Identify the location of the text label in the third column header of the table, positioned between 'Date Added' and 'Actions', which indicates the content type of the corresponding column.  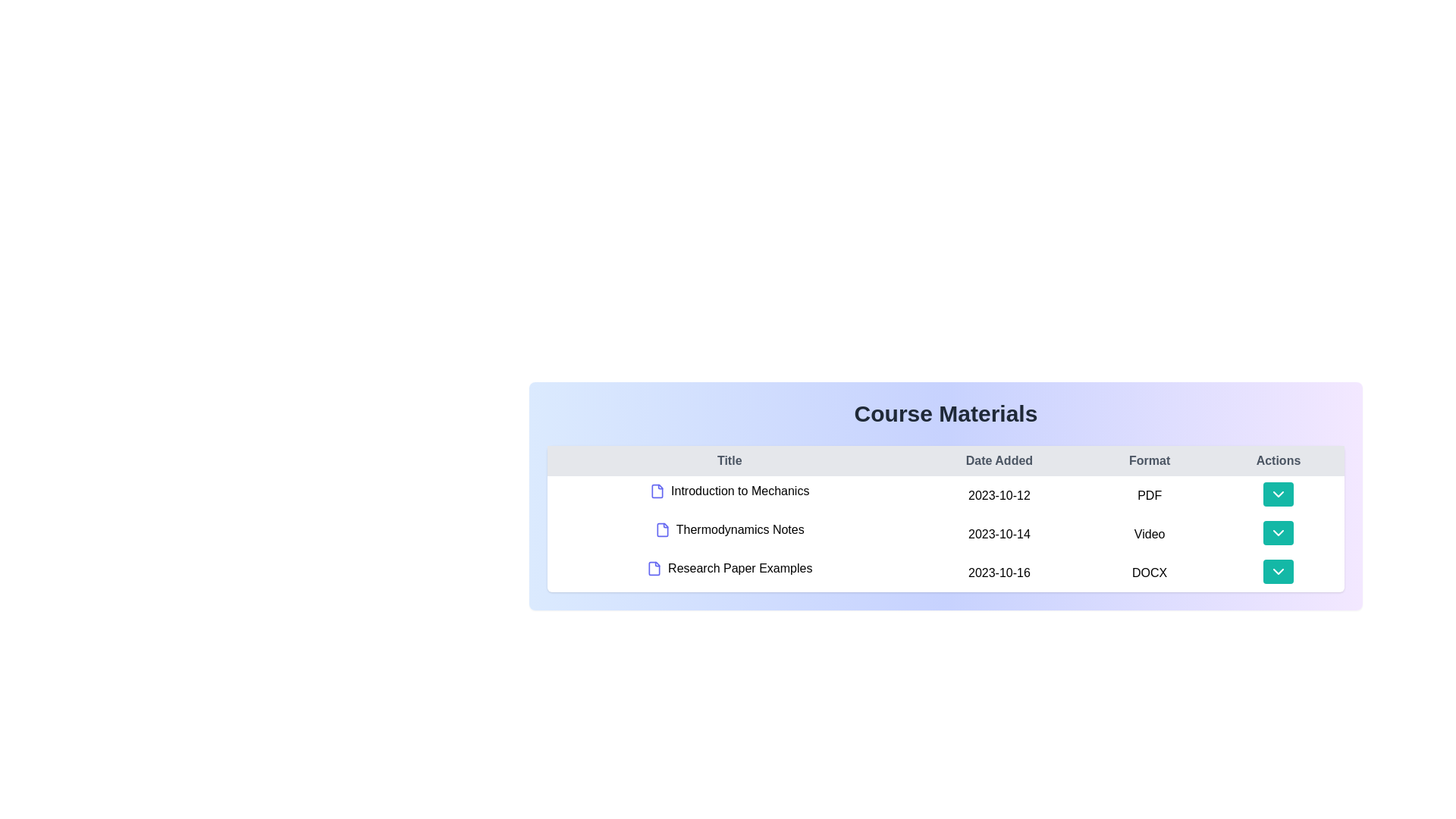
(1150, 460).